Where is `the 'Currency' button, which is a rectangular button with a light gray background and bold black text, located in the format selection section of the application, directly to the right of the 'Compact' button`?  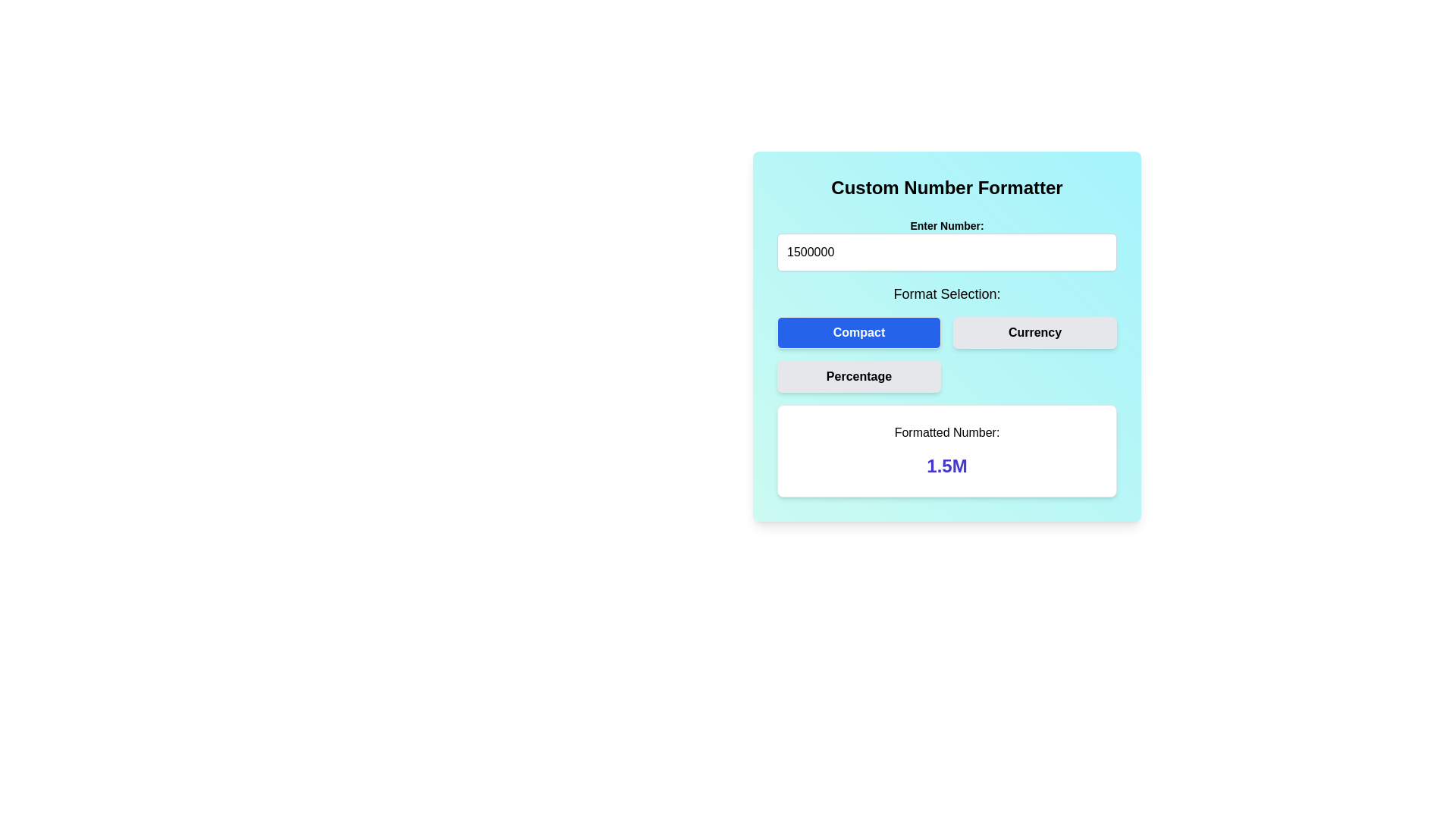
the 'Currency' button, which is a rectangular button with a light gray background and bold black text, located in the format selection section of the application, directly to the right of the 'Compact' button is located at coordinates (1034, 332).